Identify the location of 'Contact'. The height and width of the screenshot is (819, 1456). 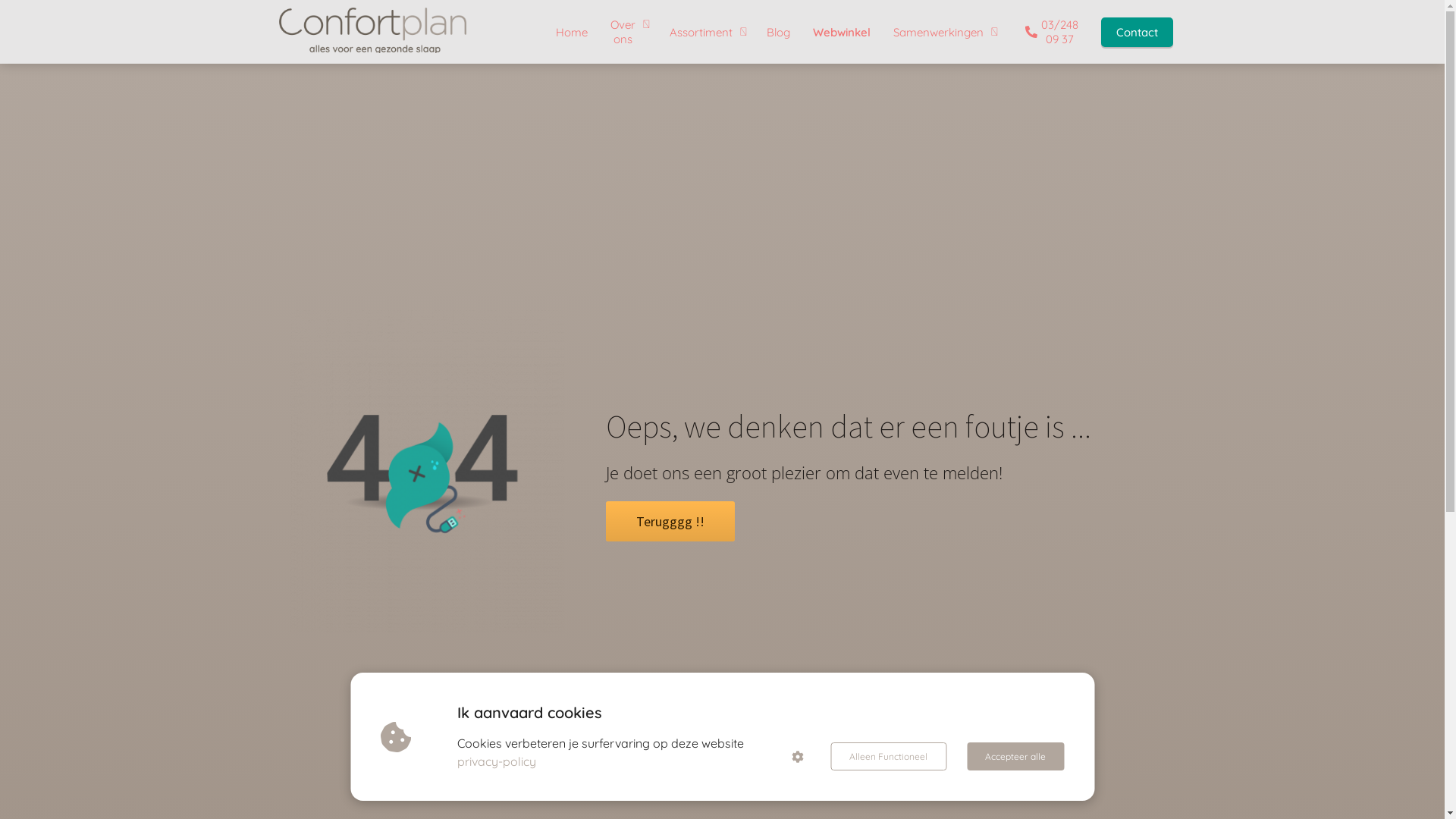
(1087, 32).